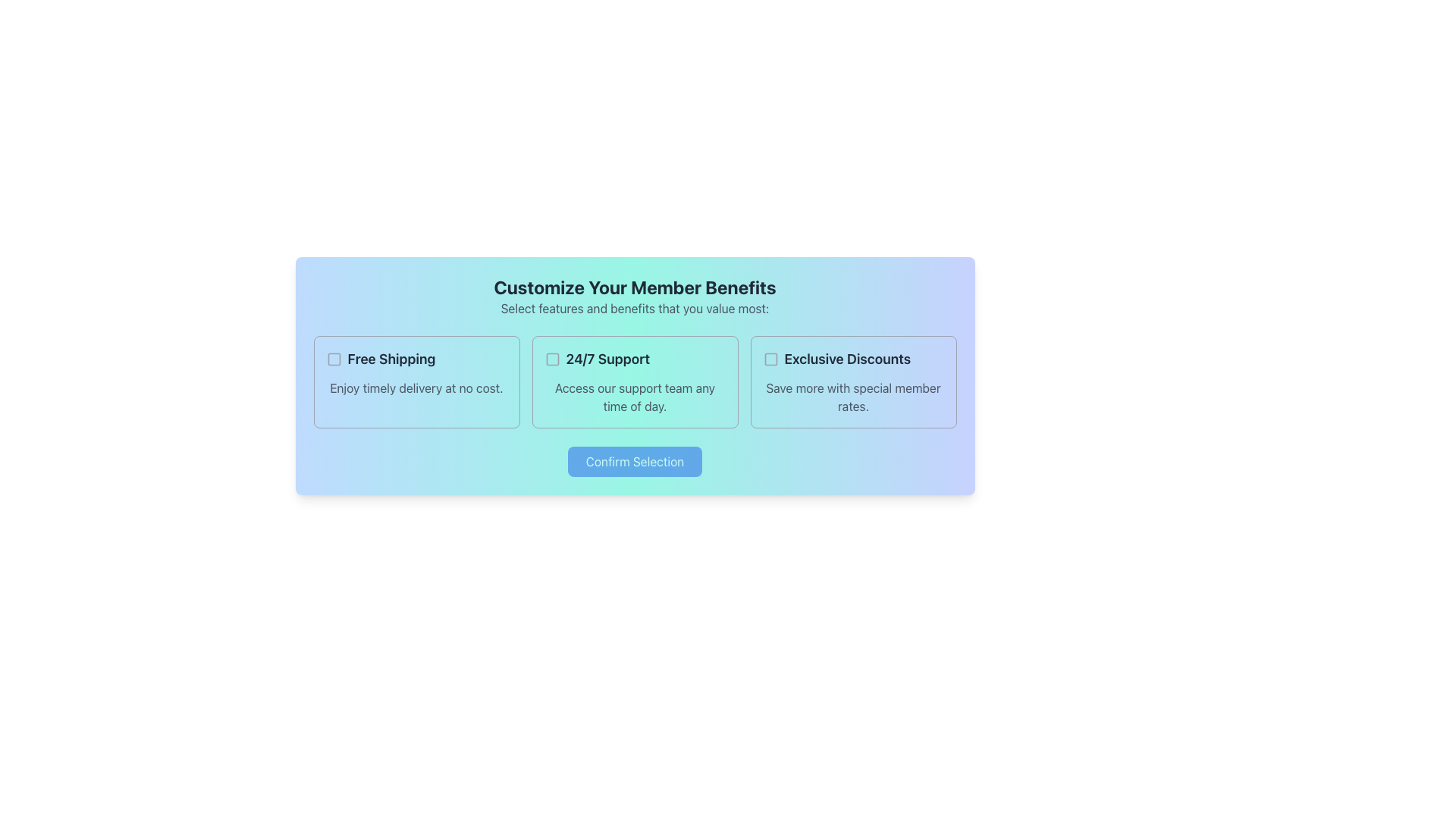 This screenshot has height=819, width=1456. I want to click on the text label reading 'Exclusive Discounts', which is styled with a bold, large font and dark gray color, located in the rightmost column of the member benefit selection options, so click(853, 359).